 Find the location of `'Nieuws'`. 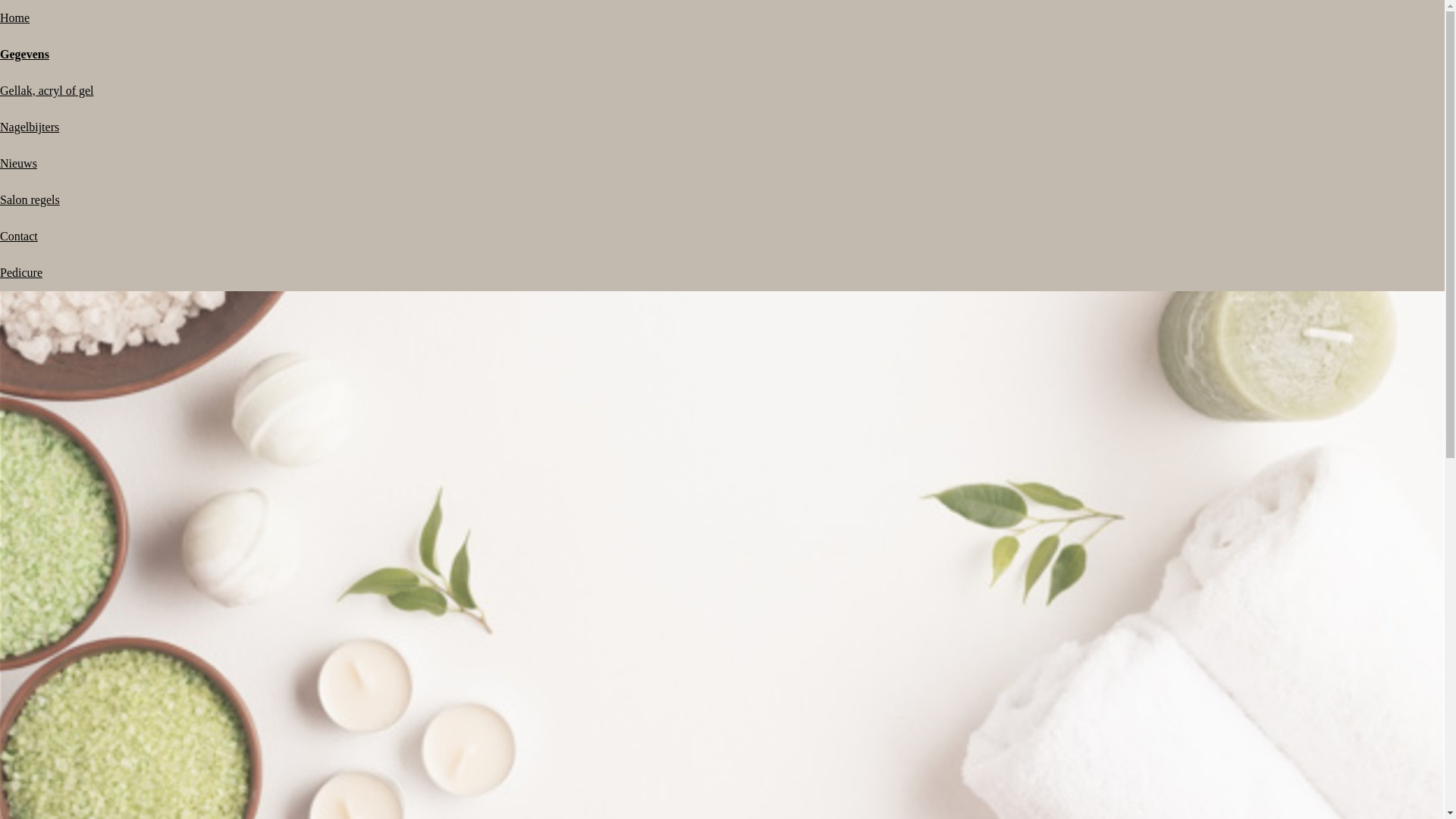

'Nieuws' is located at coordinates (0, 163).